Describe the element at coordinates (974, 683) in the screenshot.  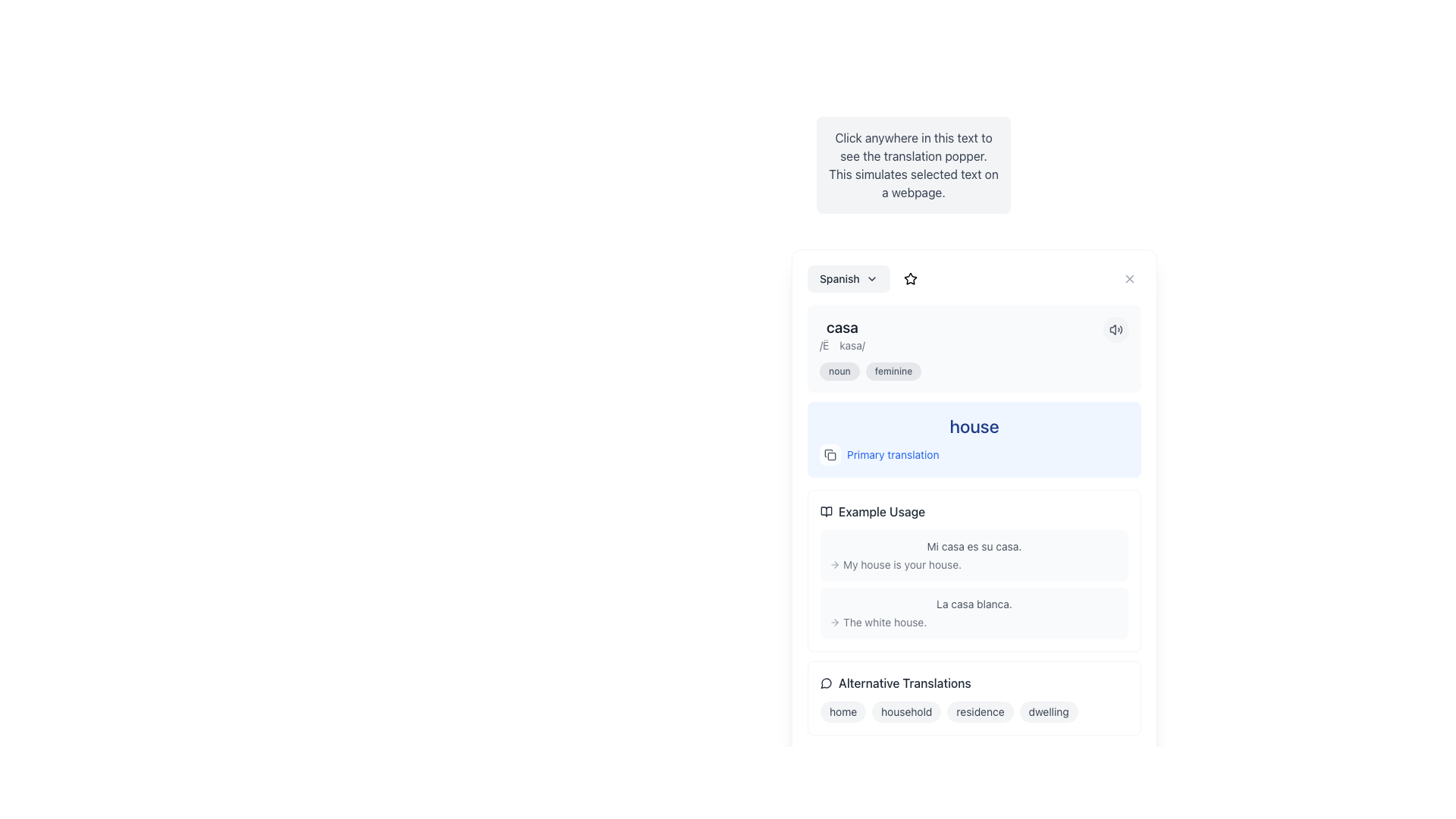
I see `the speech bubble icon next to the 'Alternative Translations' label, which signifies communication` at that location.